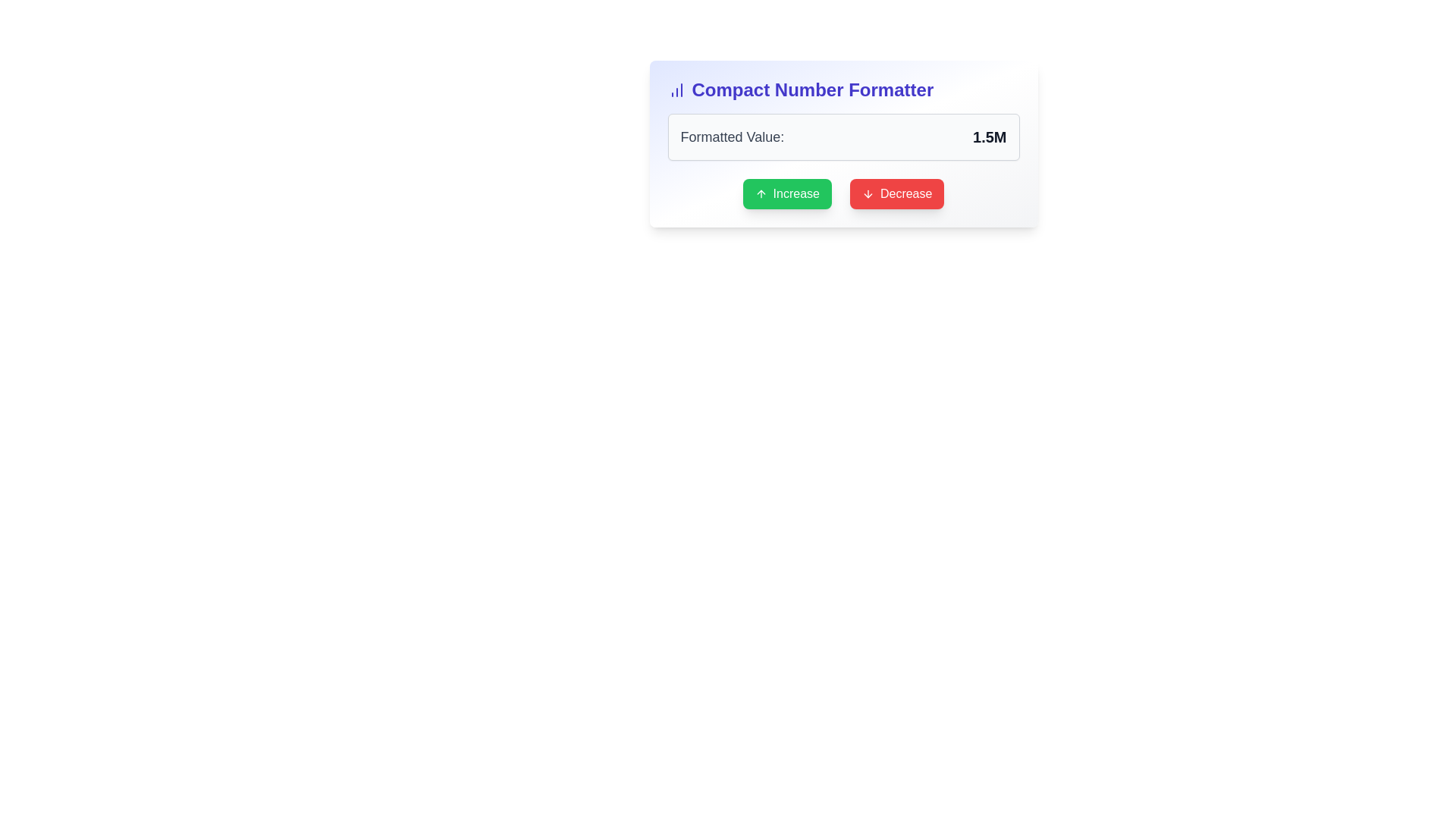 The image size is (1456, 819). I want to click on the downwards-pointing arrow icon located above the red text 'Decrease' within the 'Decrease' button, so click(868, 193).